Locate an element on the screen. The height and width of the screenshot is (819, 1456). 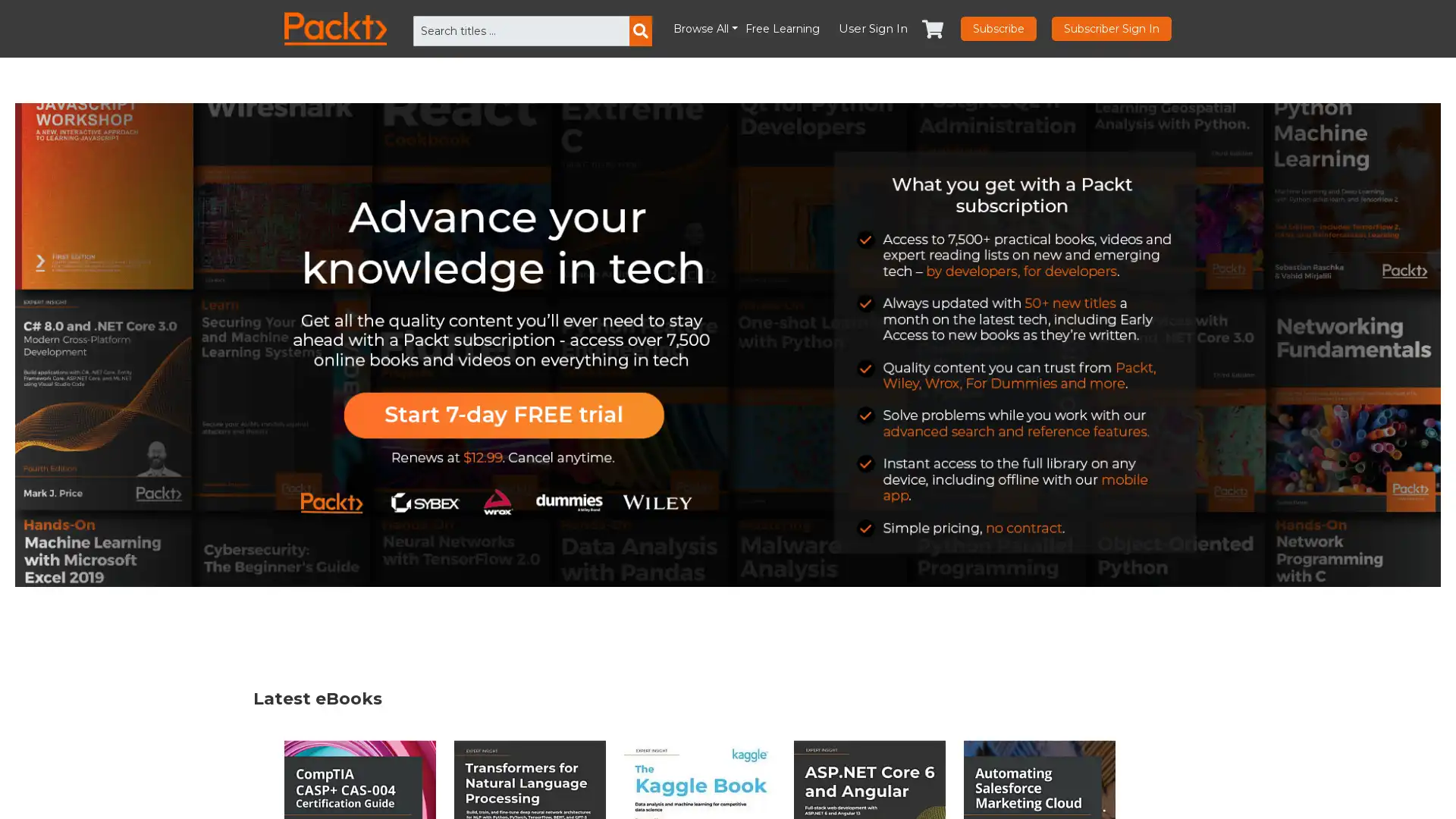
More Info is located at coordinates (1240, 786).